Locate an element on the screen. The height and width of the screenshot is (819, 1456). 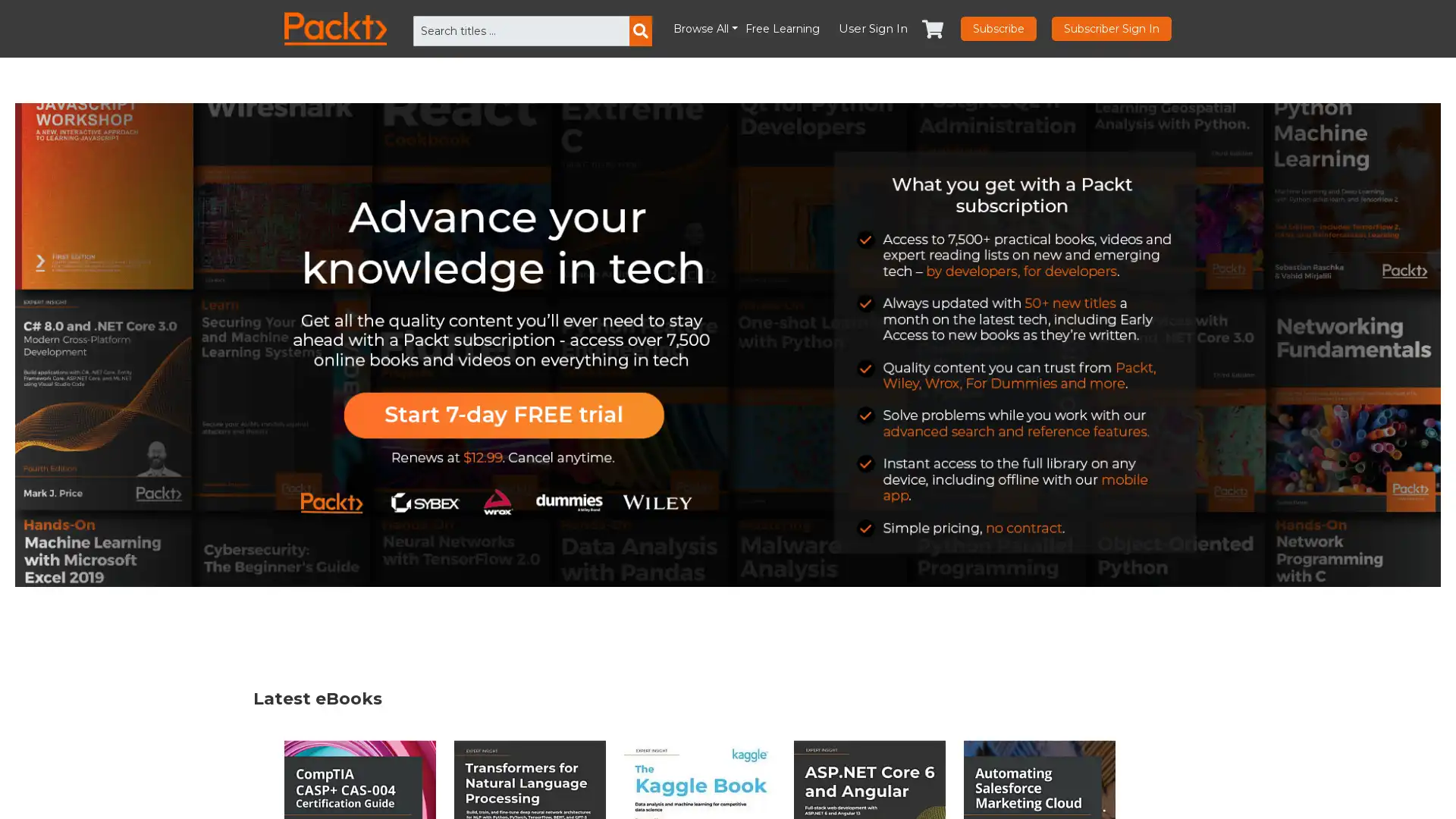
More Info is located at coordinates (1240, 786).